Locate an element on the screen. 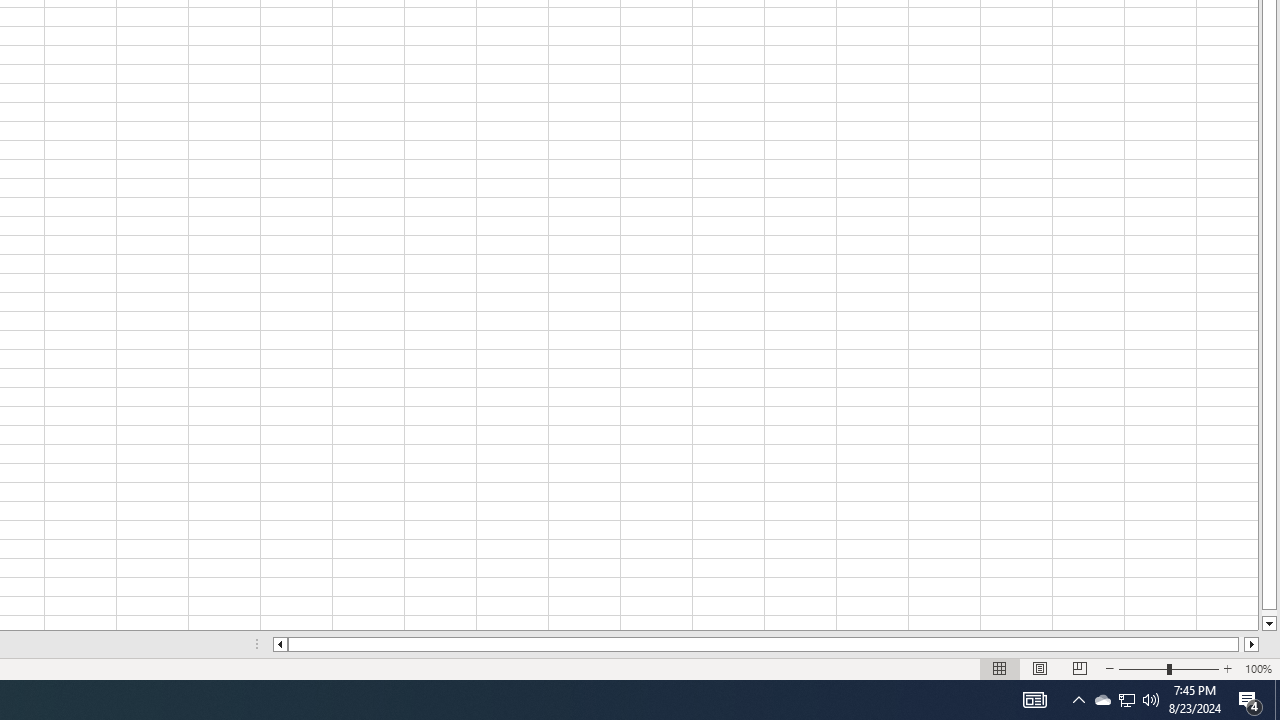 This screenshot has height=720, width=1280. 'Zoom In' is located at coordinates (1226, 669).